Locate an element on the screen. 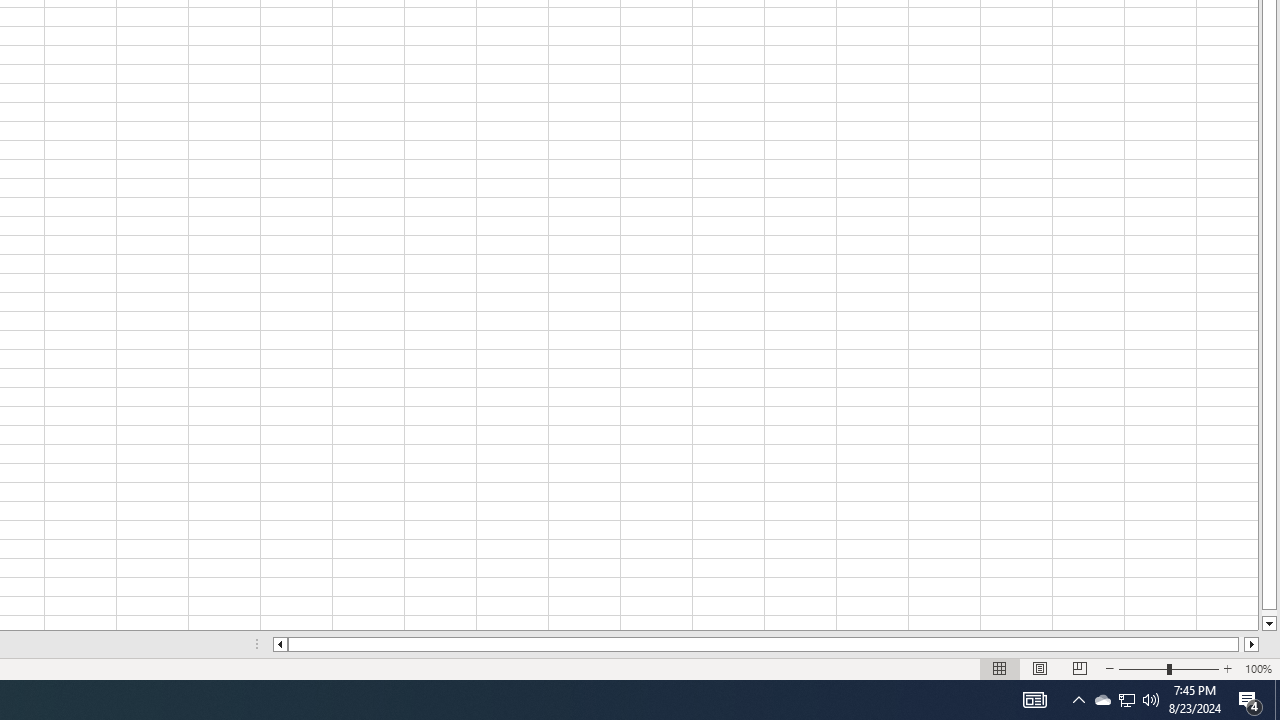 This screenshot has height=720, width=1280. 'Zoom In' is located at coordinates (1226, 669).